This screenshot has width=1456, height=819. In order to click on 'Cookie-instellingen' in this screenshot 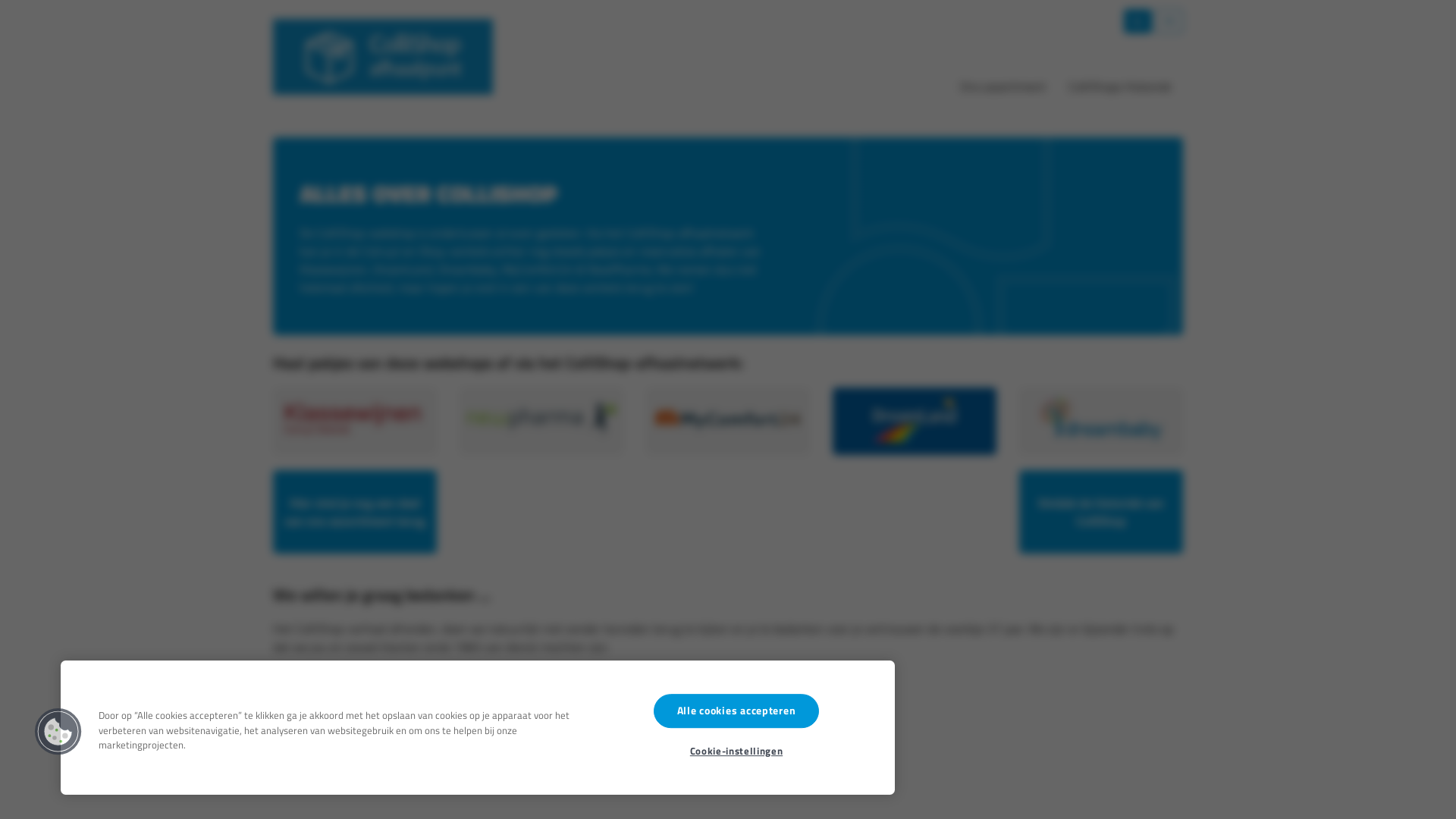, I will do `click(736, 746)`.